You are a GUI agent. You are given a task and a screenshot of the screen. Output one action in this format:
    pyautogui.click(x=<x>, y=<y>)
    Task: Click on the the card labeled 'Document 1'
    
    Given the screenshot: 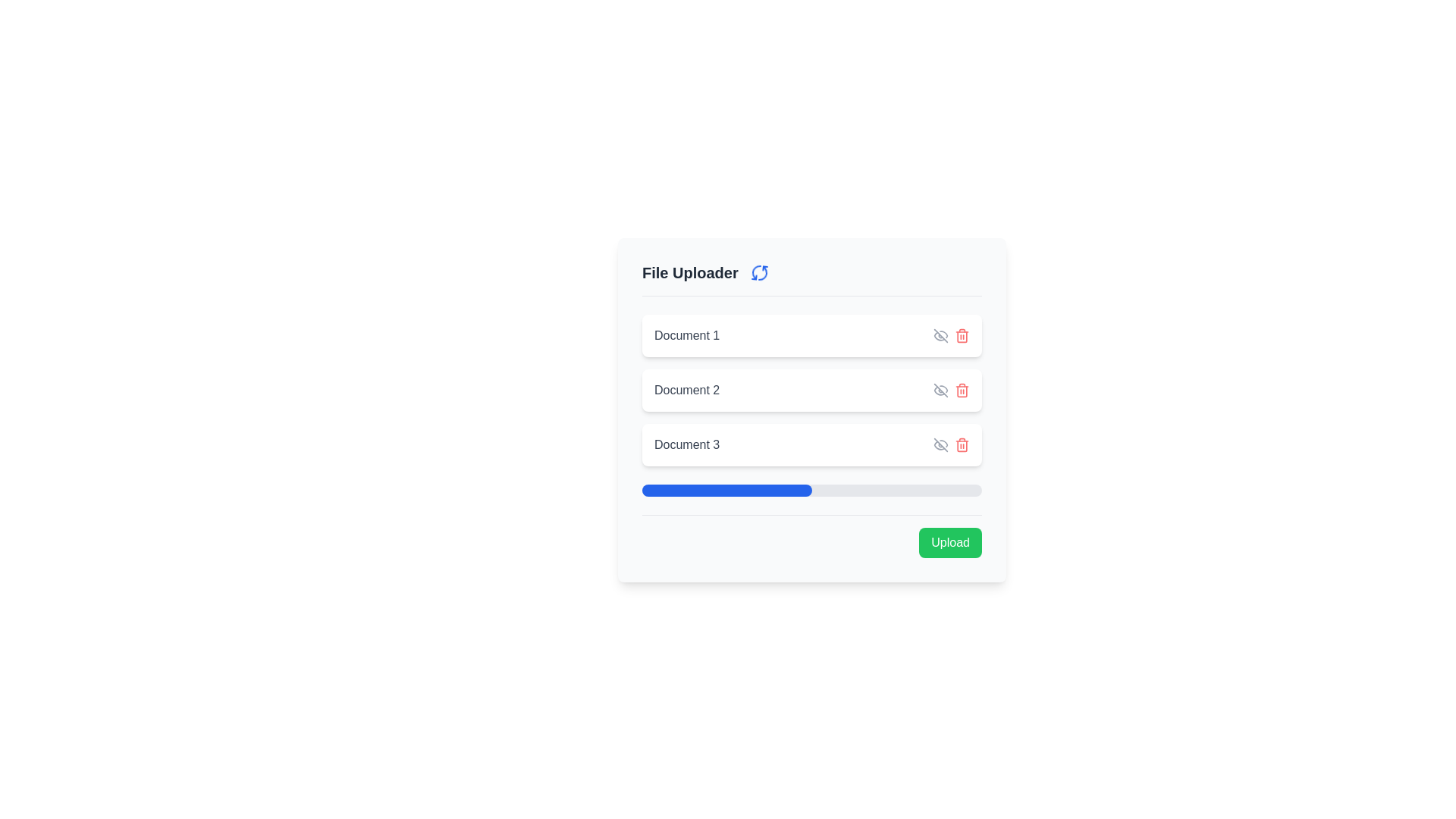 What is the action you would take?
    pyautogui.click(x=811, y=335)
    